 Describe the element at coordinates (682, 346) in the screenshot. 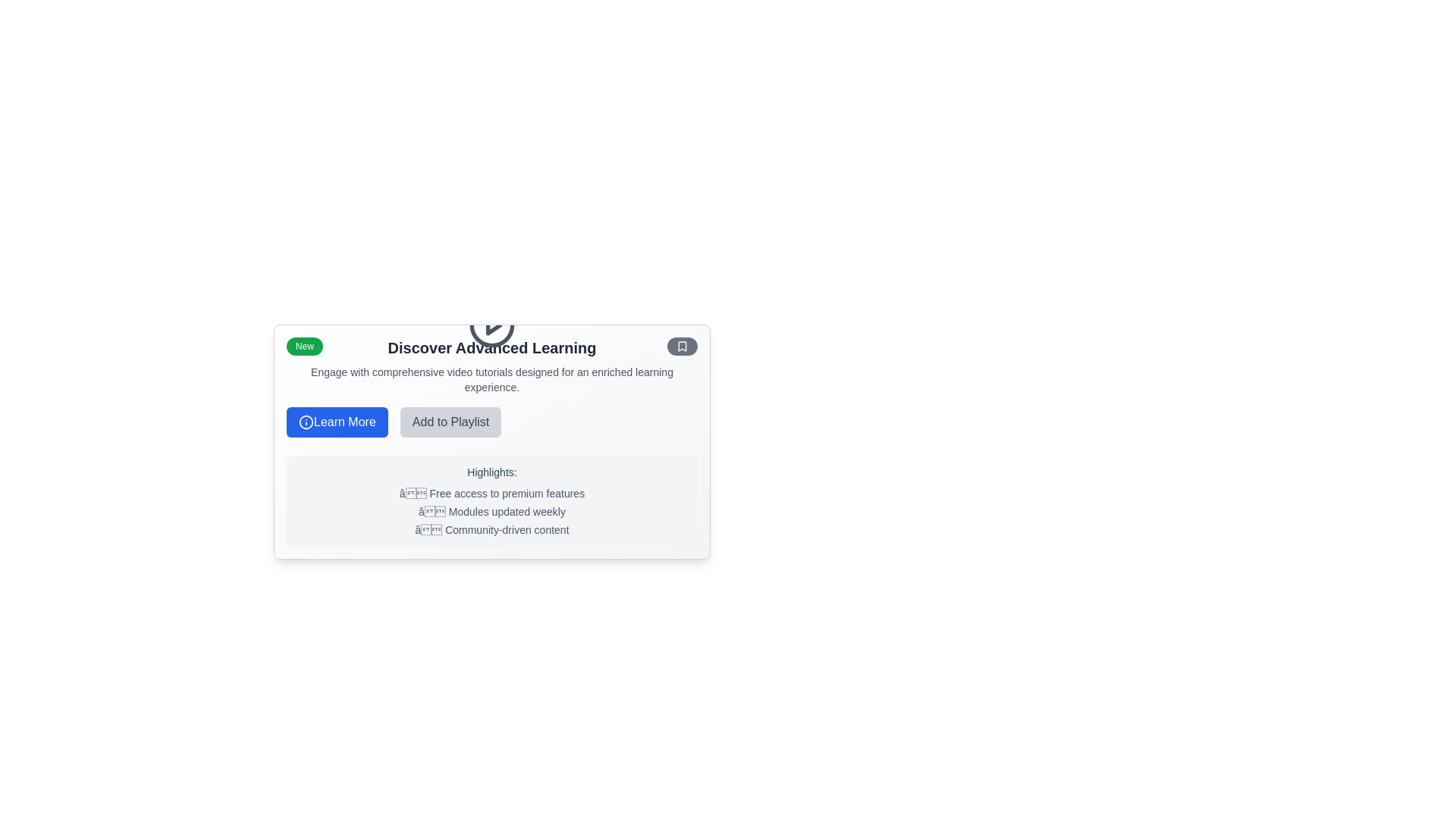

I see `the bookmark icon located at the top-right corner of the card section with the 'Discover Advanced Learning' heading` at that location.